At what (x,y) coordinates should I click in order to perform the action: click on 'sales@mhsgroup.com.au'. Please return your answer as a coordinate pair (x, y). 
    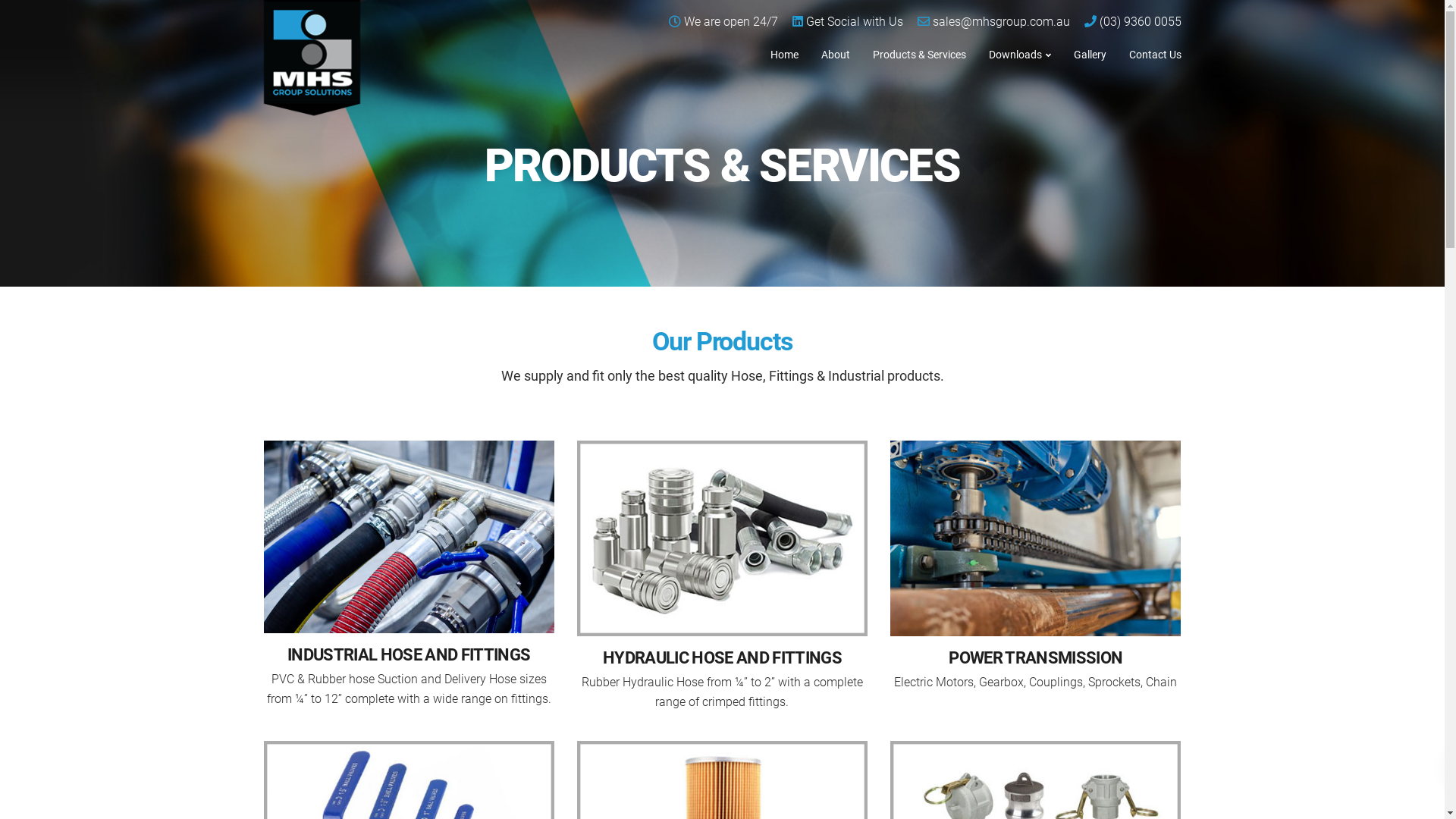
    Looking at the image, I should click on (1001, 21).